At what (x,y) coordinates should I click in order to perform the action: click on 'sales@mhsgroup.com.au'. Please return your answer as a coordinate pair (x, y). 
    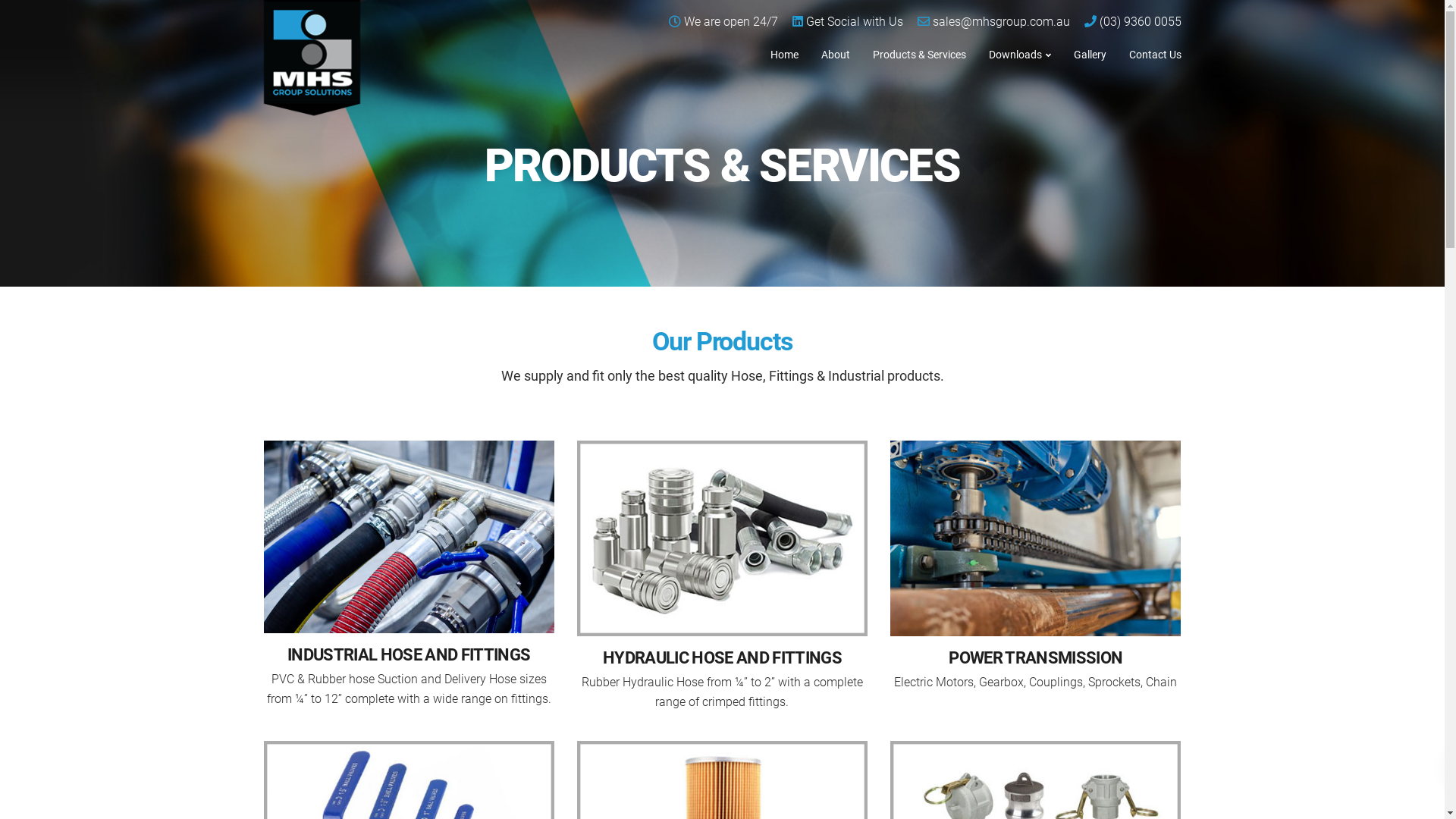
    Looking at the image, I should click on (1001, 21).